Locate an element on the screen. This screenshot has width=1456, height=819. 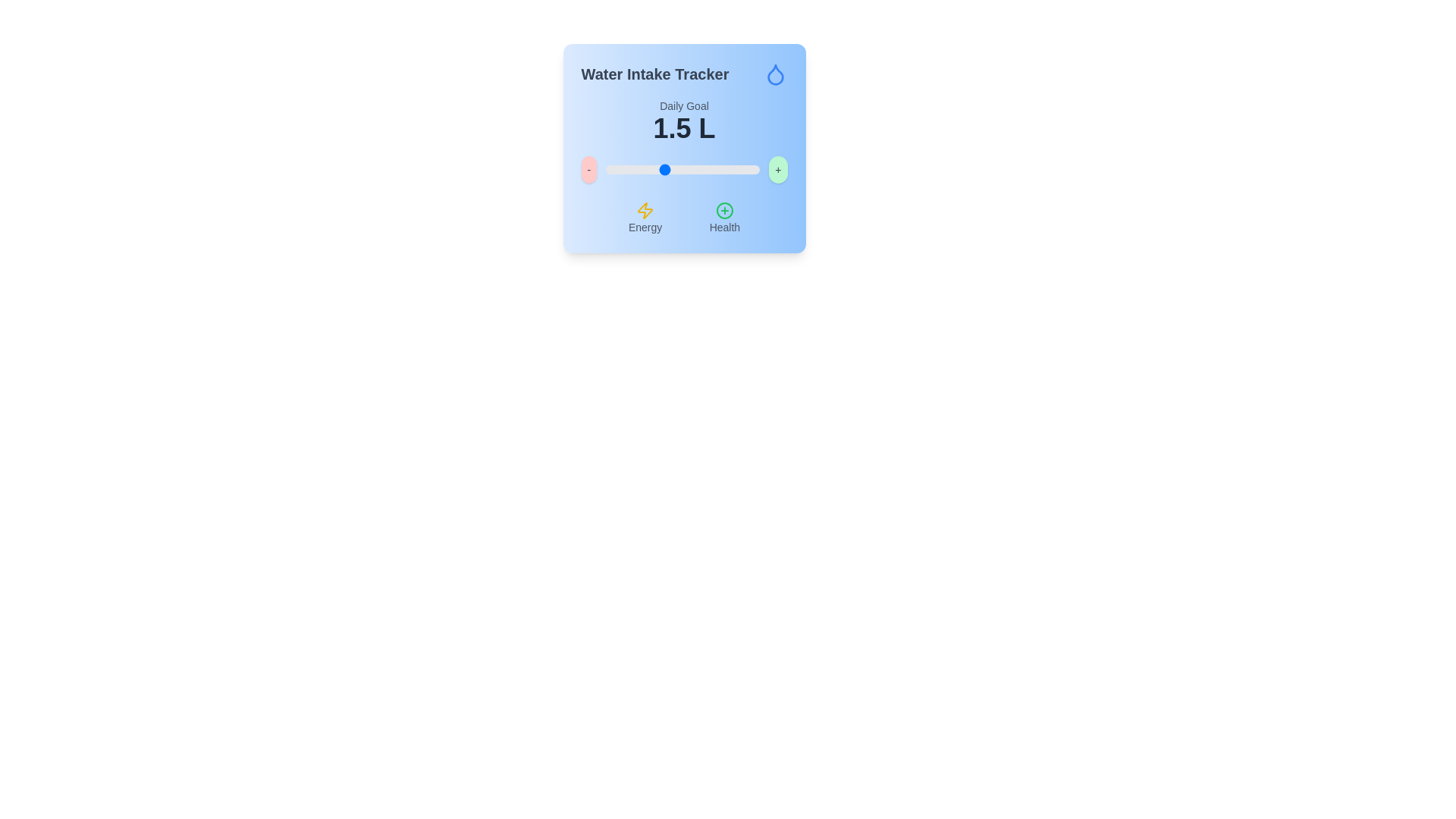
the slider is located at coordinates (605, 169).